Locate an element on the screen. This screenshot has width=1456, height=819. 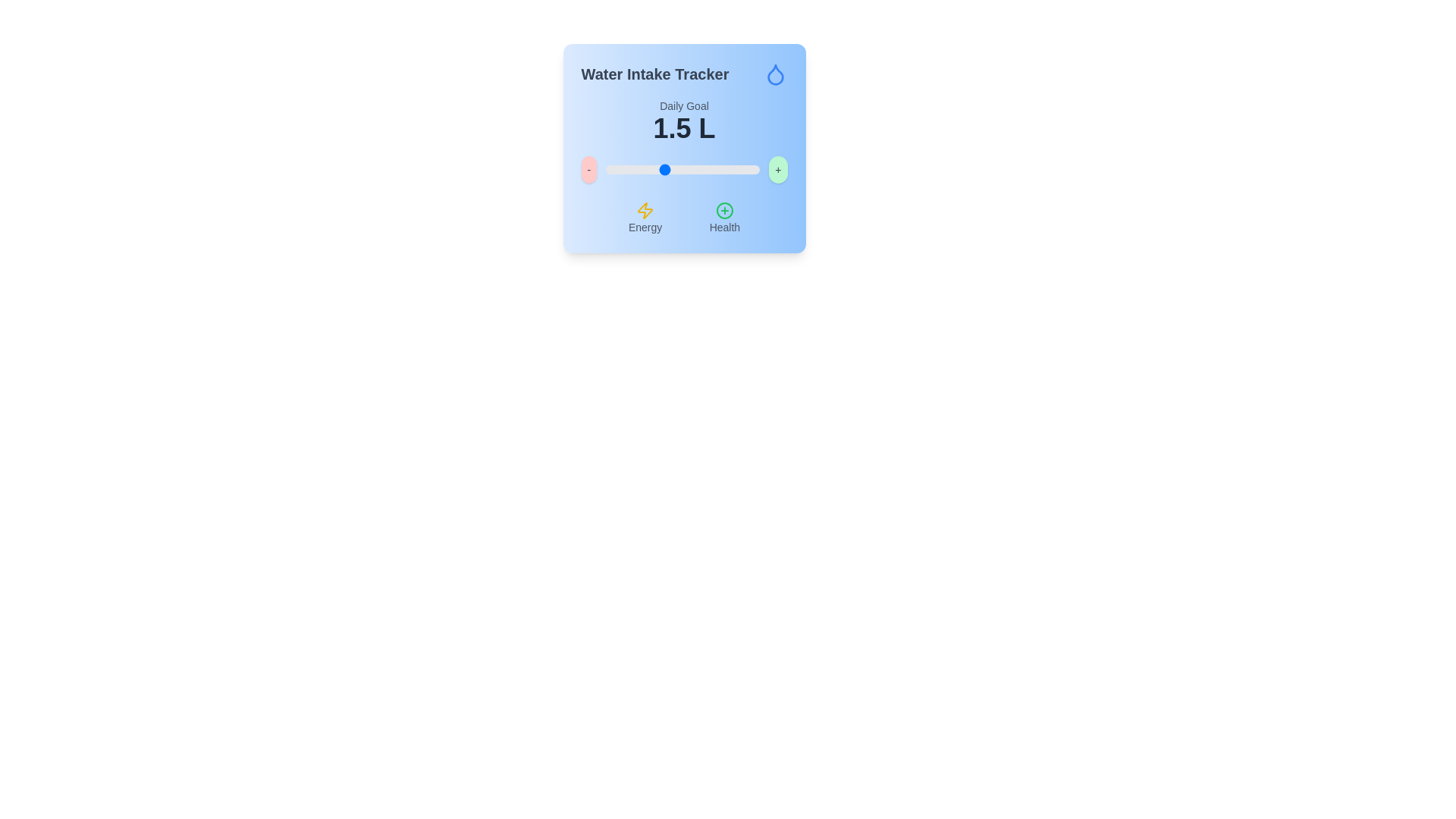
the slider is located at coordinates (605, 169).